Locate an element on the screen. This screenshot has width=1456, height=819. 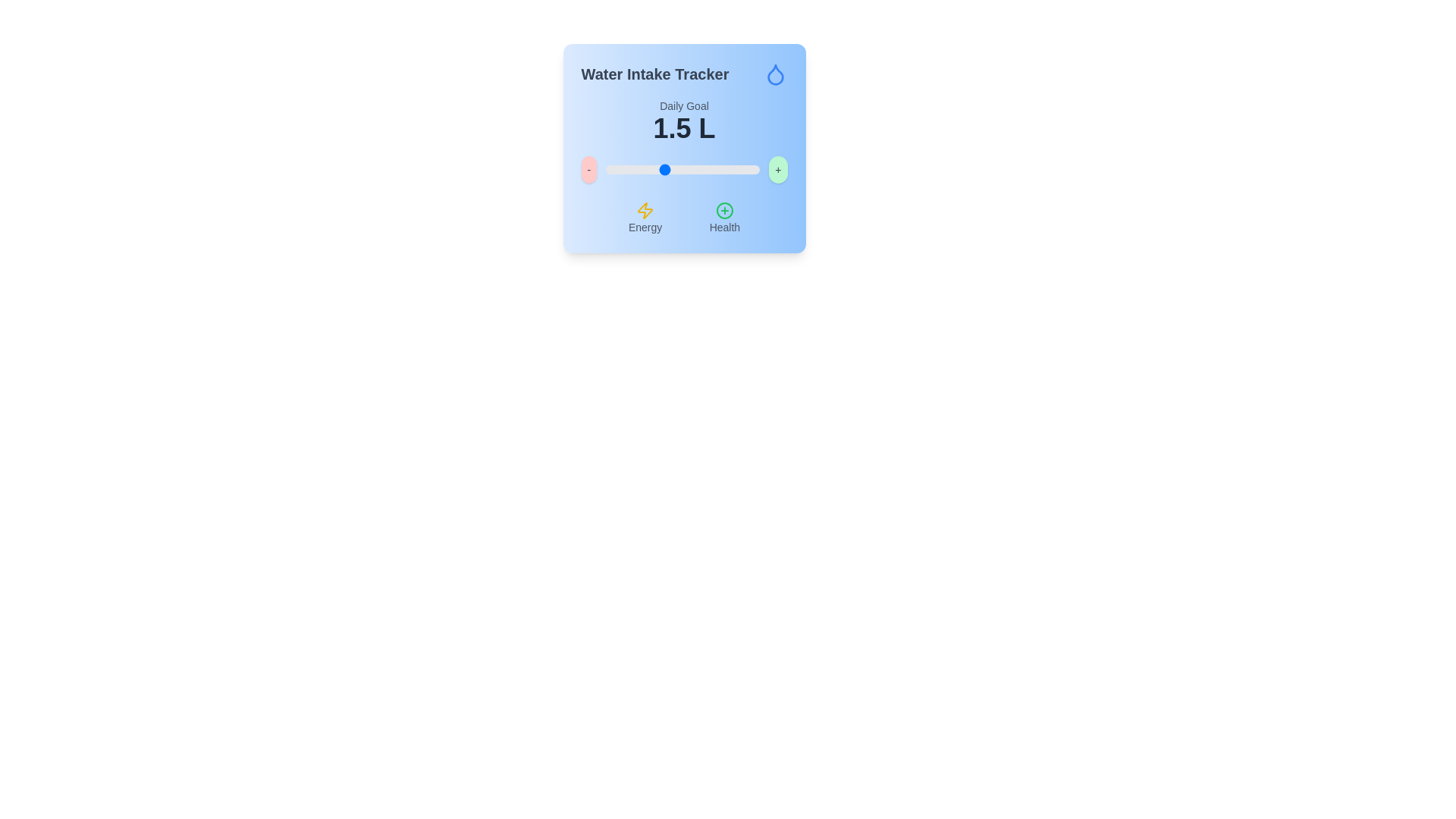
the slider is located at coordinates (605, 169).